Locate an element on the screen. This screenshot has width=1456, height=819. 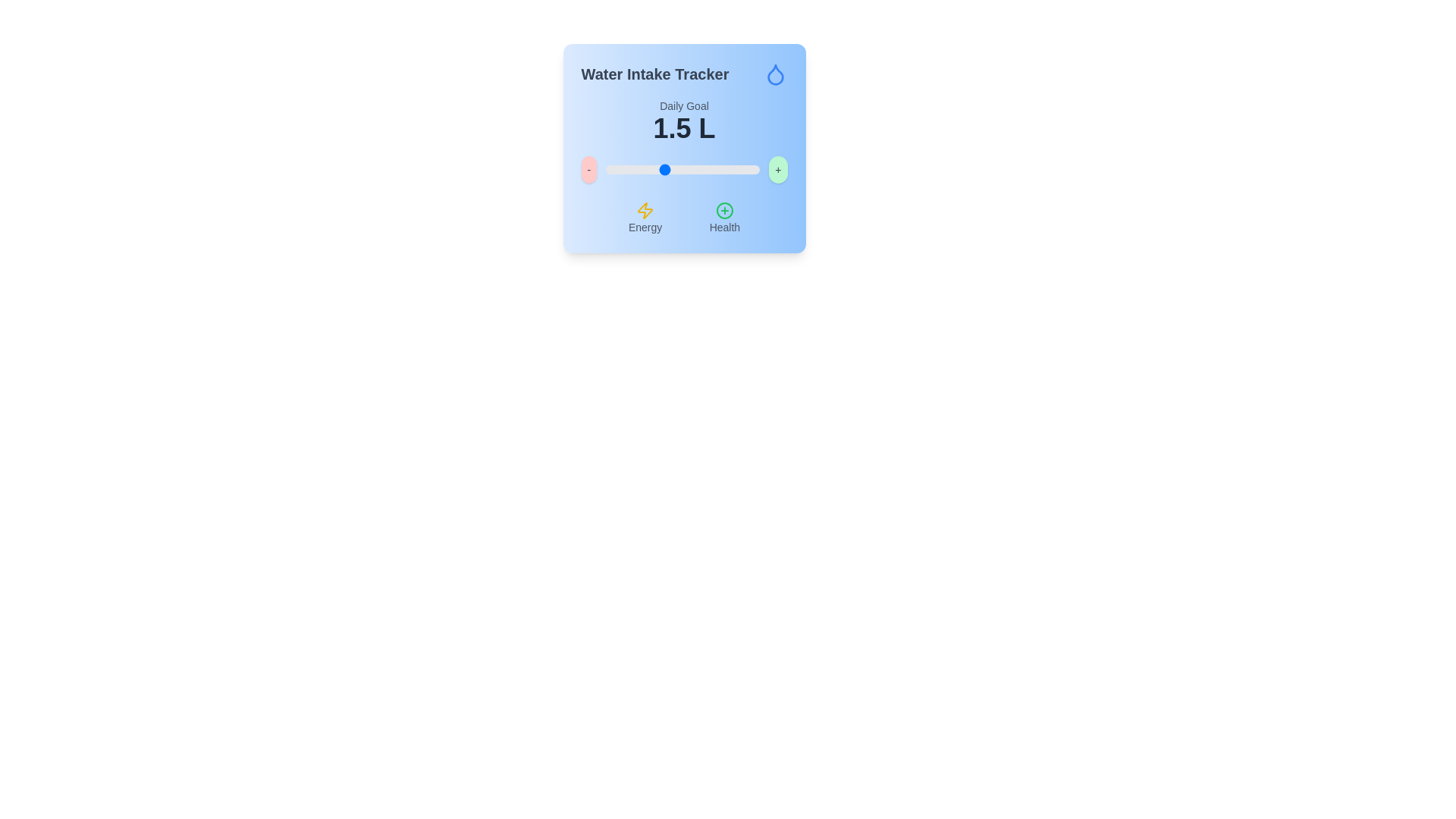
the slider is located at coordinates (605, 169).